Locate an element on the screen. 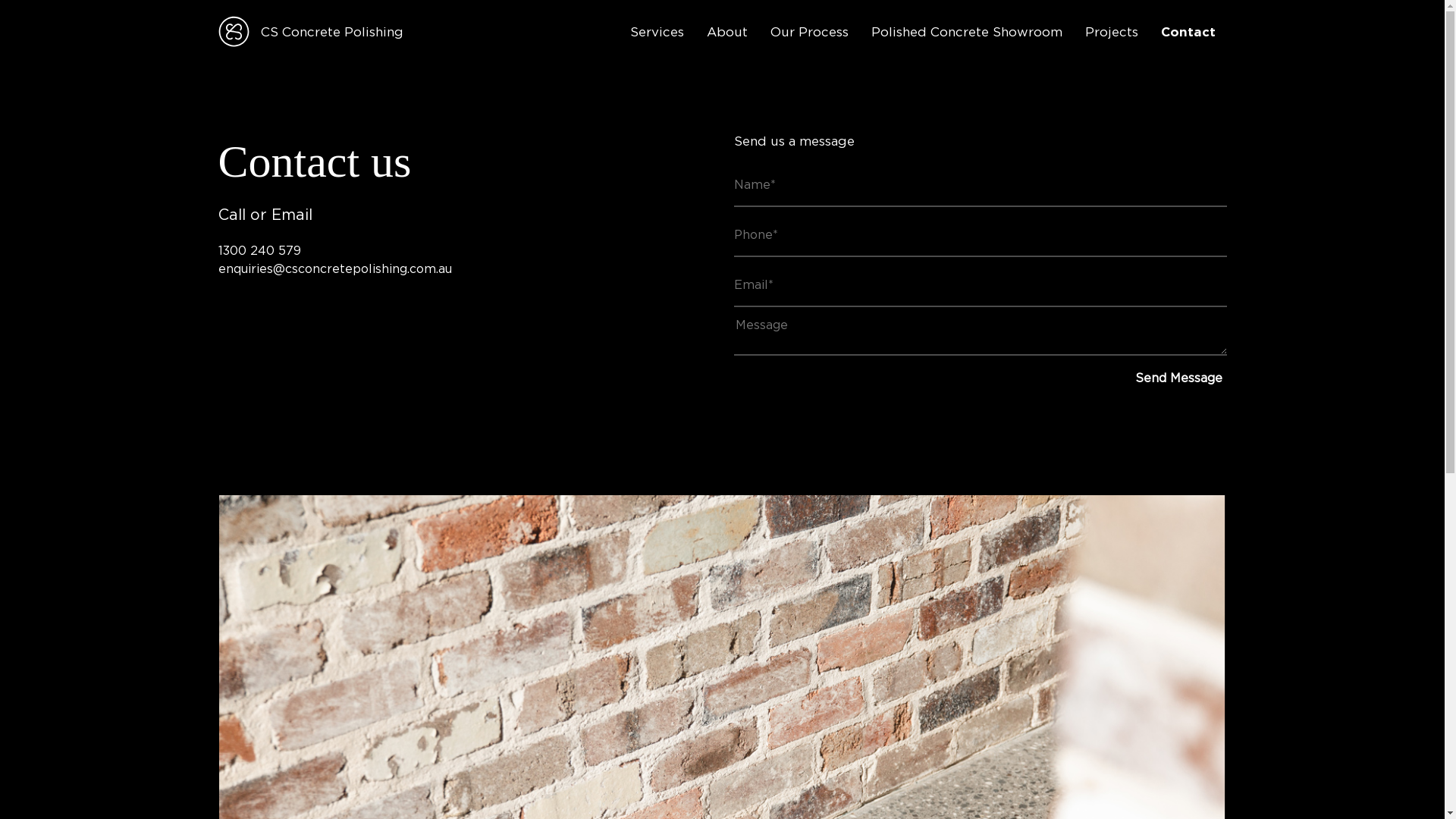 The width and height of the screenshot is (1456, 819). 'Polished Concrete Showroom' is located at coordinates (966, 32).